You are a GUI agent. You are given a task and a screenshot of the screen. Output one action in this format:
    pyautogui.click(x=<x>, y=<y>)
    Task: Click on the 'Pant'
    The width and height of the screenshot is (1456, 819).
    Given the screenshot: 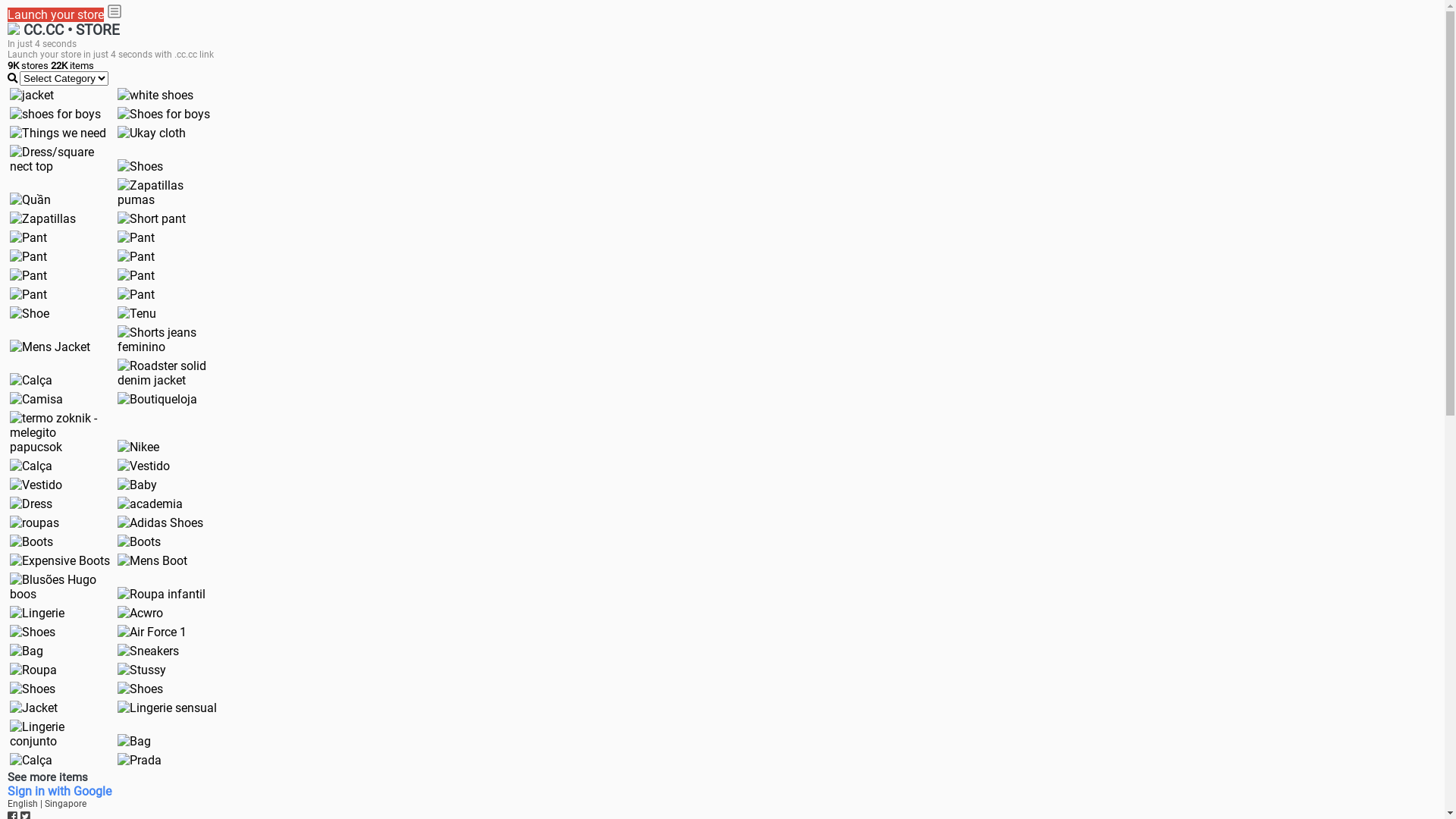 What is the action you would take?
    pyautogui.click(x=28, y=237)
    